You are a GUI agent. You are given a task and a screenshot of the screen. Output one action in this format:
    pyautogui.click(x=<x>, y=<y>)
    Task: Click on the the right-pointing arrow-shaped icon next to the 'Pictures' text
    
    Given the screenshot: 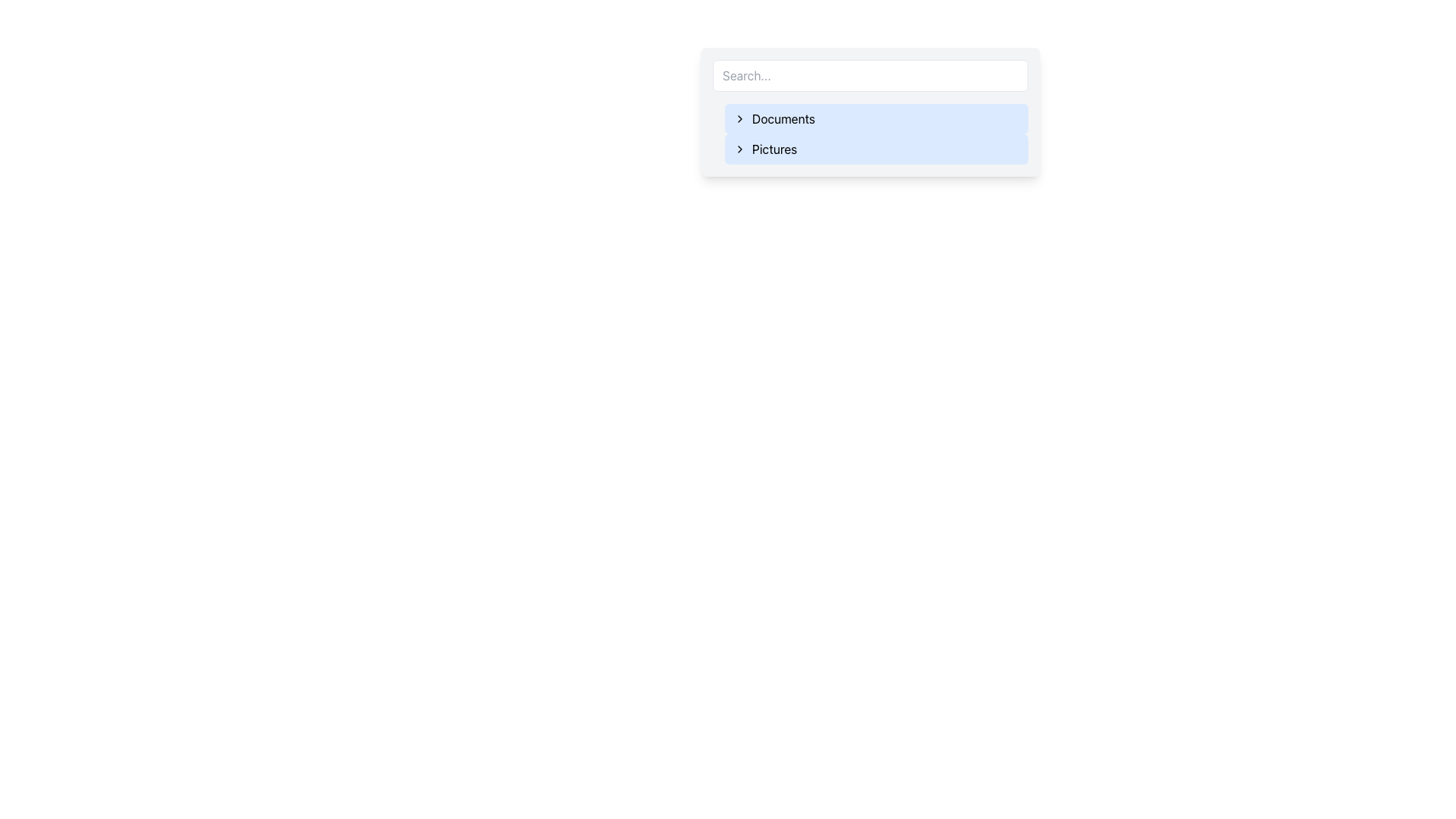 What is the action you would take?
    pyautogui.click(x=739, y=149)
    